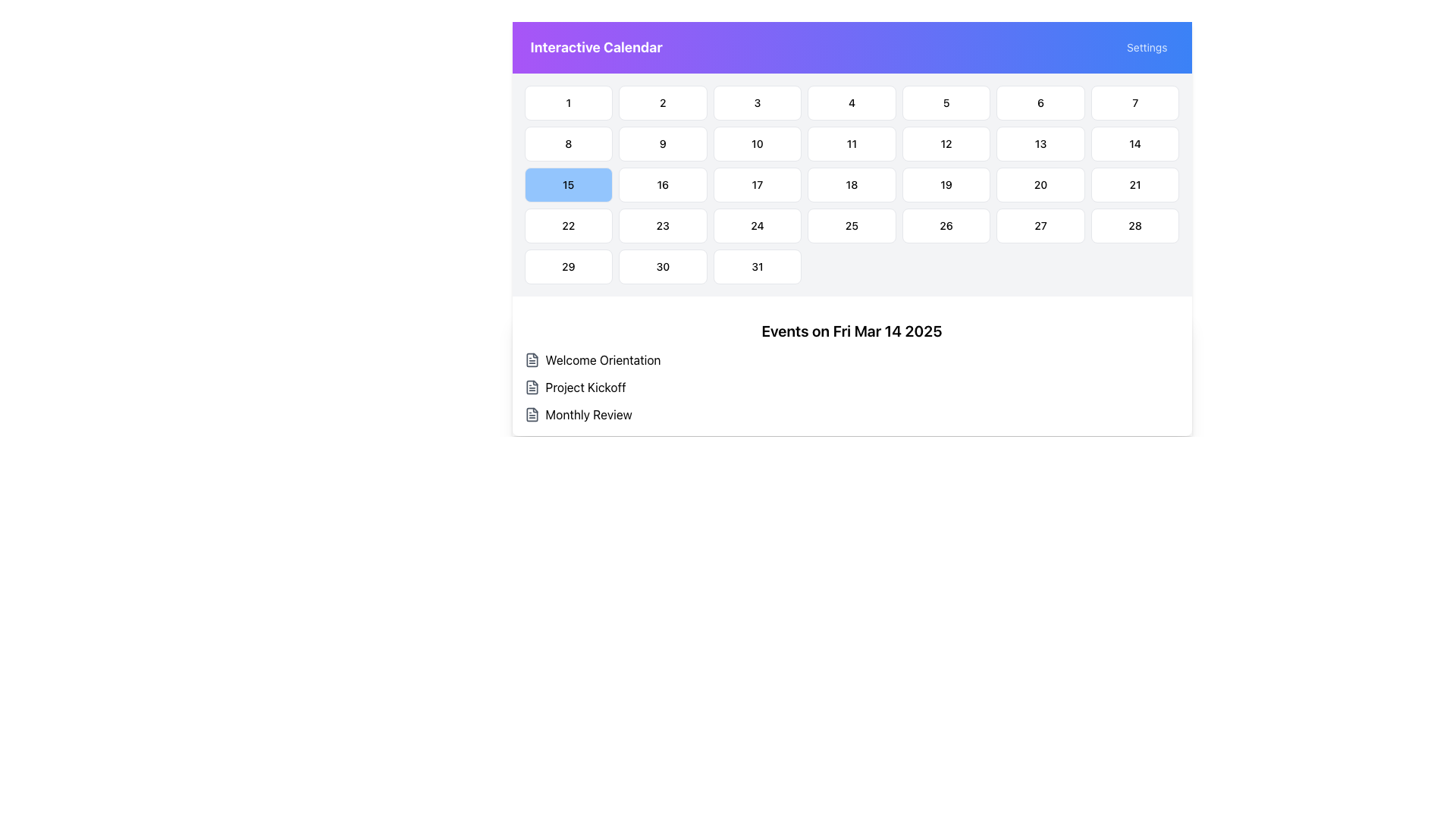 The height and width of the screenshot is (819, 1456). What do you see at coordinates (946, 184) in the screenshot?
I see `the text label representing the date 19th in the calendar grid layout, located in the third row and sixth column` at bounding box center [946, 184].